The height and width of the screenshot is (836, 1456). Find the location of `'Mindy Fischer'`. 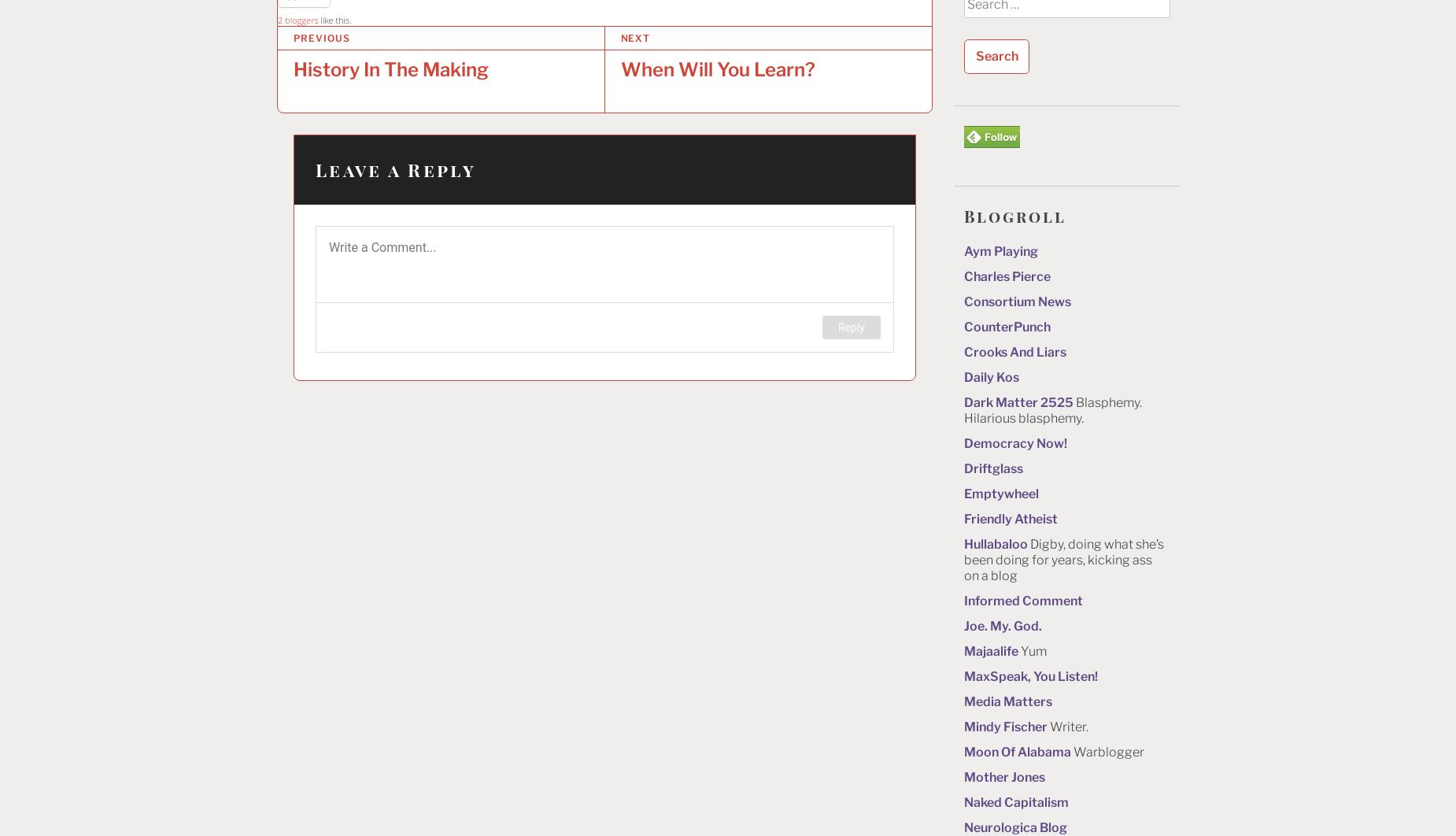

'Mindy Fischer' is located at coordinates (1004, 725).